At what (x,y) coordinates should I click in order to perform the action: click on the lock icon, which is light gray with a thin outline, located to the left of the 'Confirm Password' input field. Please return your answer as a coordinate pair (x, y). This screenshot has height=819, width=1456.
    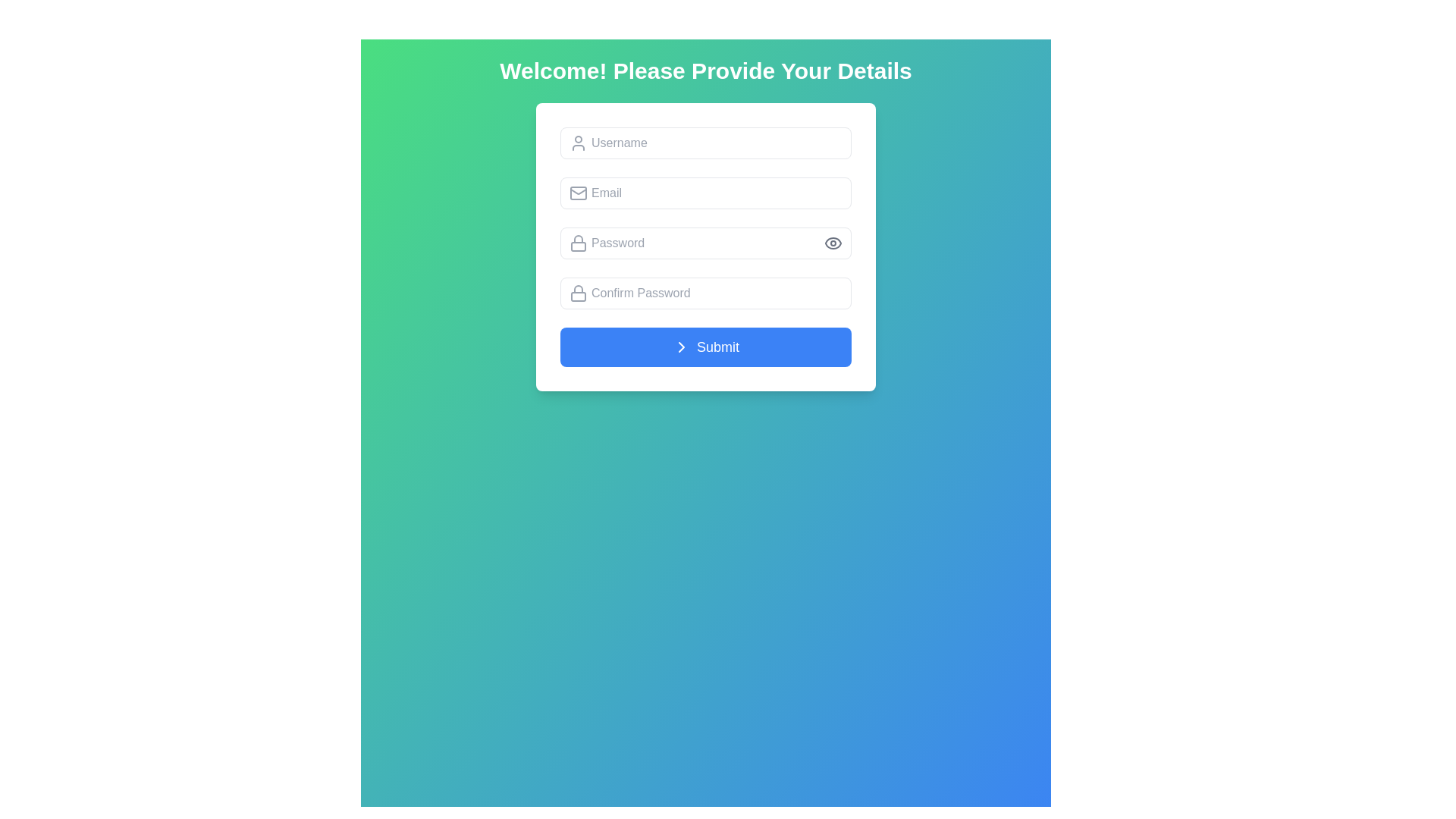
    Looking at the image, I should click on (578, 293).